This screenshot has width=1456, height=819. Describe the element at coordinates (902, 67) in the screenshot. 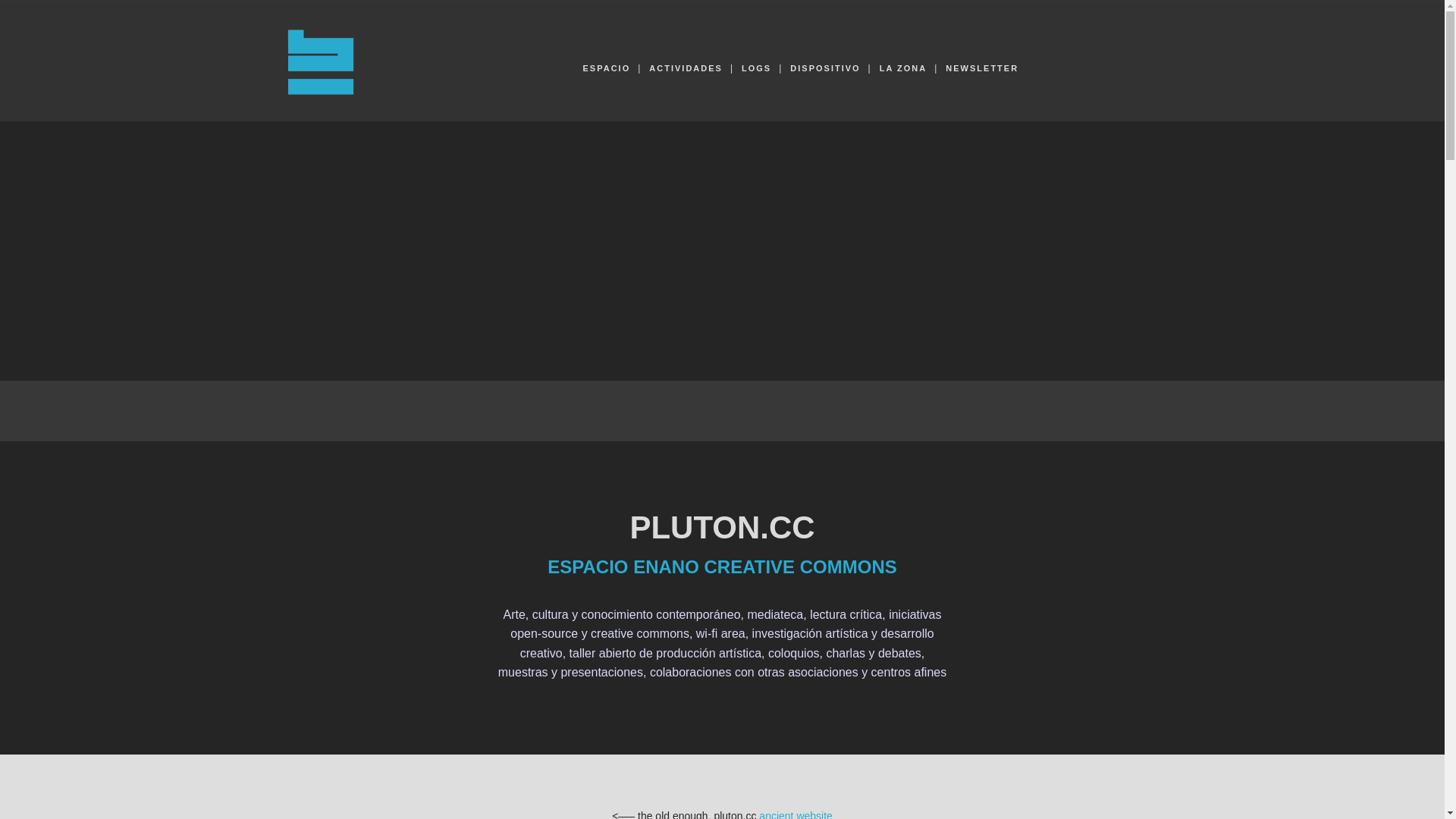

I see `'LA ZONA'` at that location.